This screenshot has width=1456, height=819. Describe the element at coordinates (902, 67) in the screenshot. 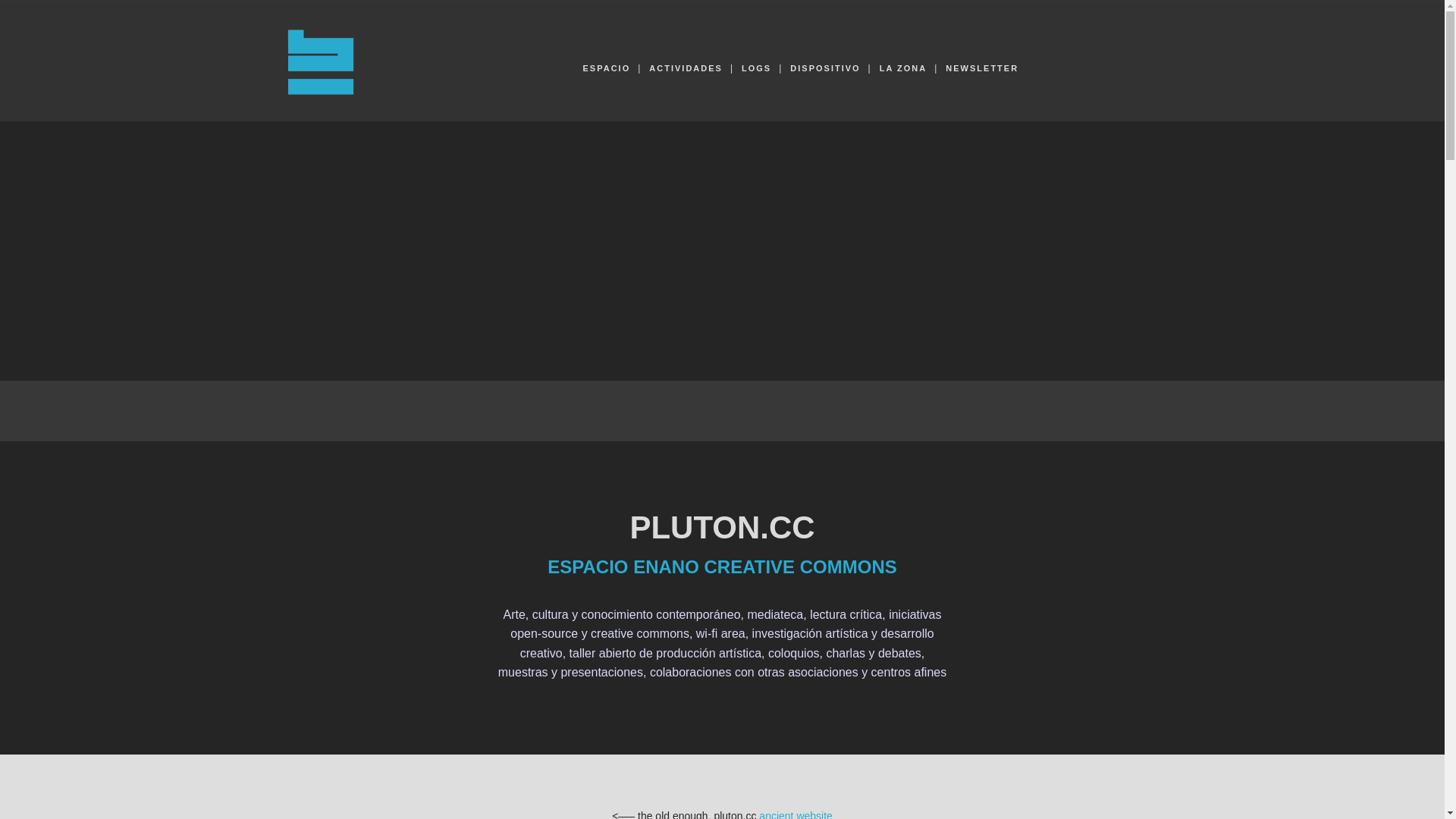

I see `'LA ZONA'` at that location.